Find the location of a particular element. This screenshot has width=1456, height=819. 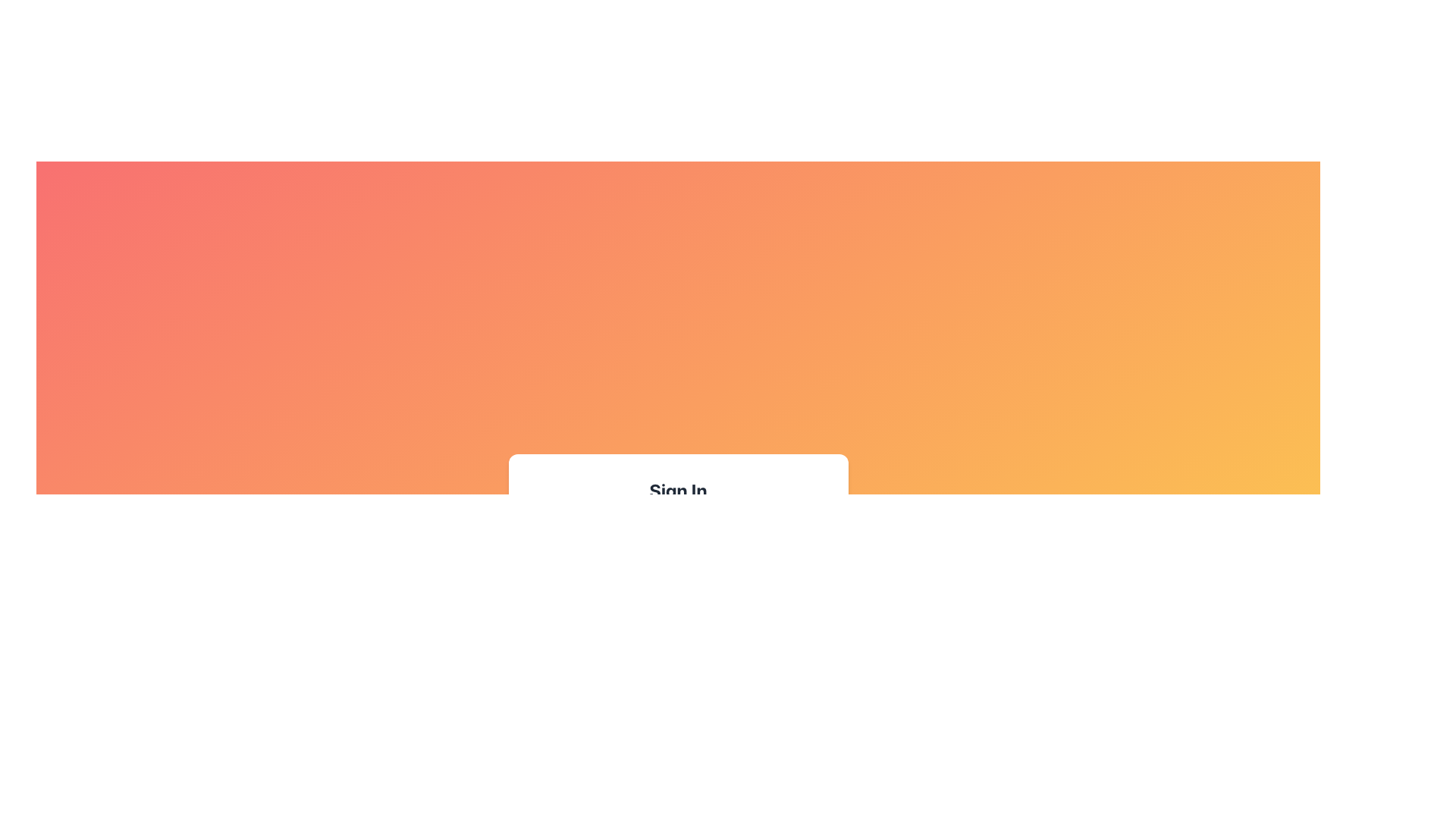

the Text header located at the top of the white, rounded box, which indicates the primary action or feature of the form or section is located at coordinates (677, 491).